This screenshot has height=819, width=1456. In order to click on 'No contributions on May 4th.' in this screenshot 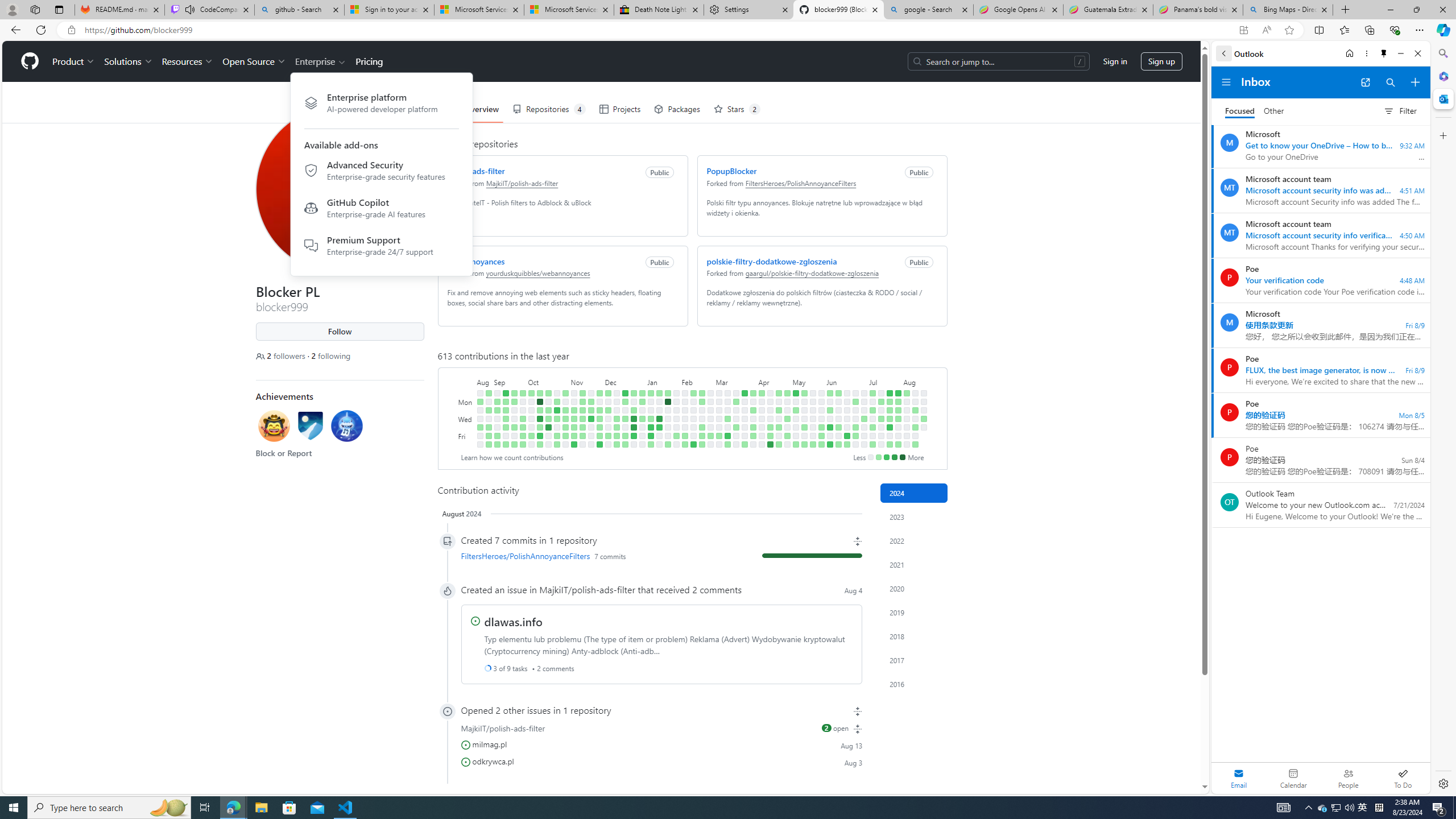, I will do `click(786, 444)`.